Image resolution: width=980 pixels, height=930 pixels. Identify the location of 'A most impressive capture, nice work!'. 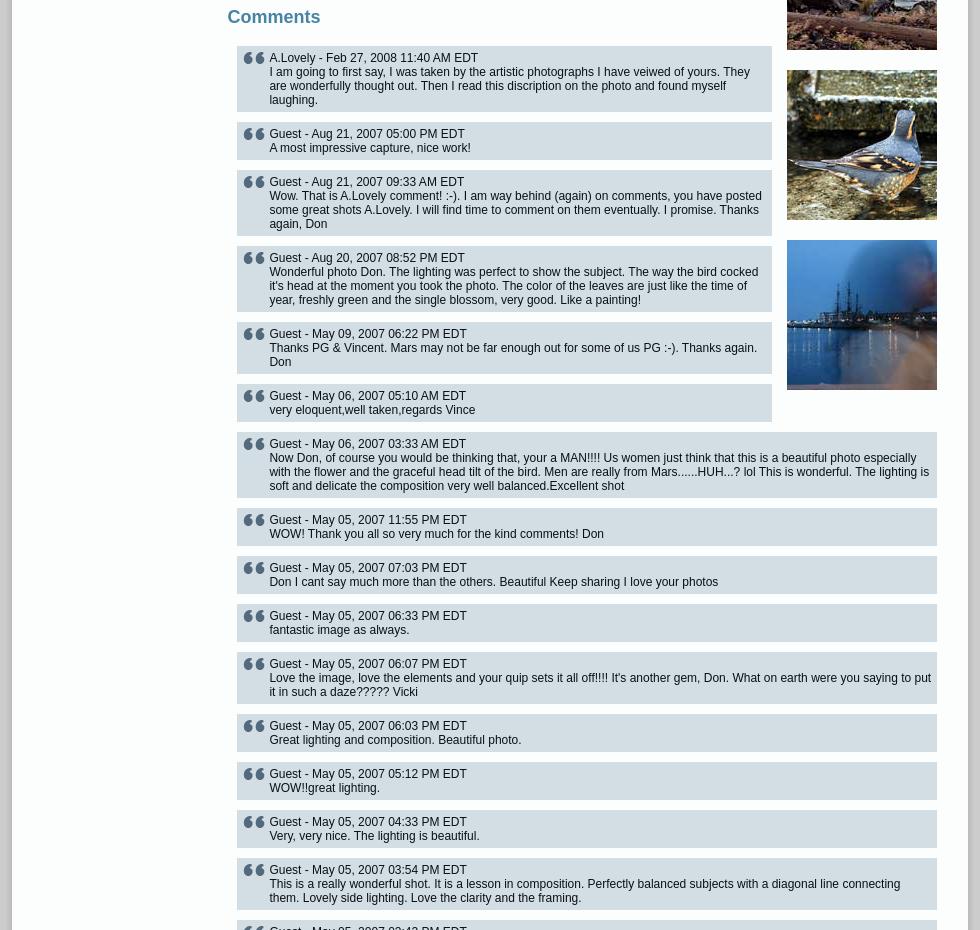
(369, 147).